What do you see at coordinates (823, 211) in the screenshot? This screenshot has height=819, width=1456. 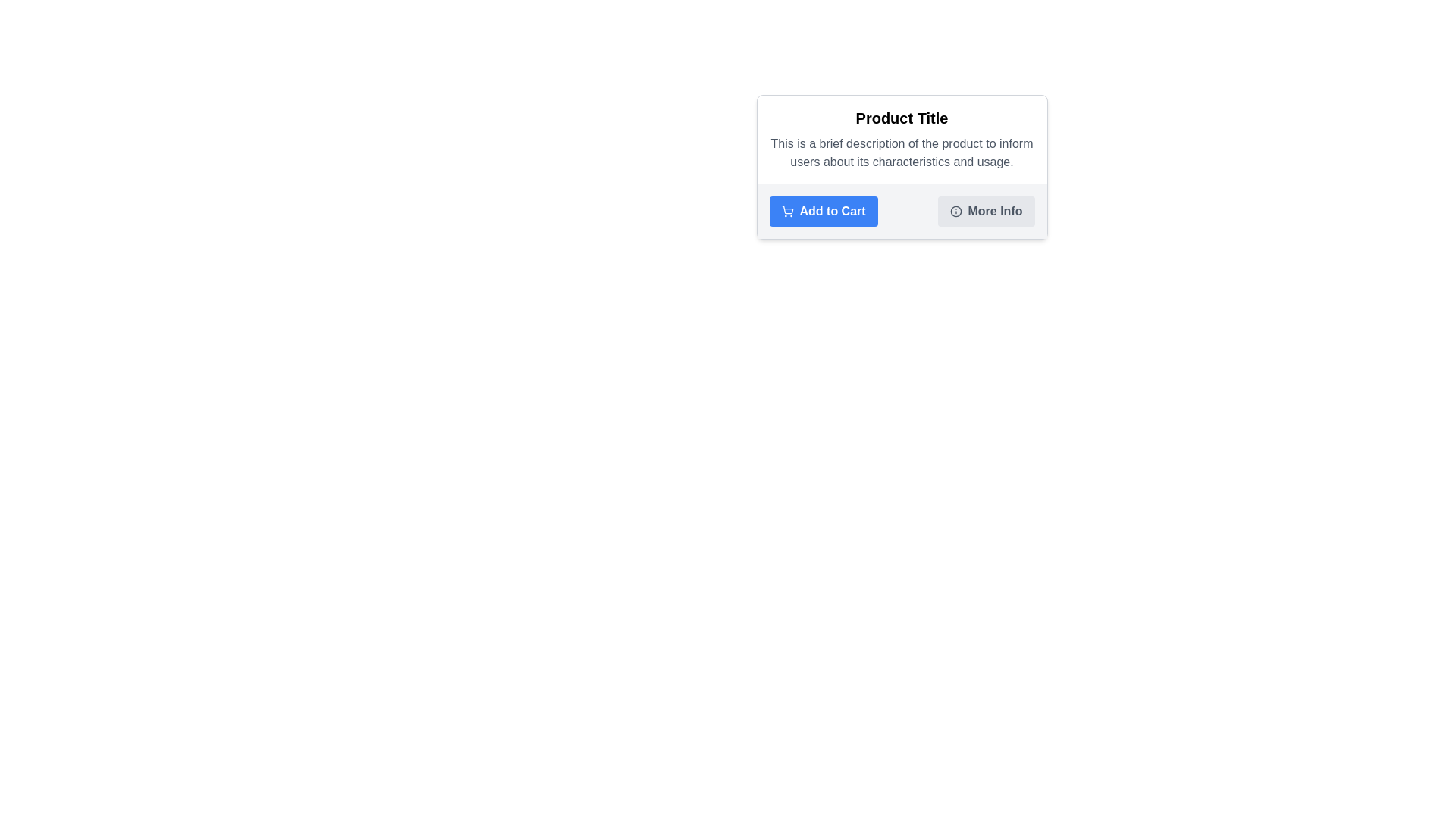 I see `the blue 'Add to Cart' button with rounded corners` at bounding box center [823, 211].